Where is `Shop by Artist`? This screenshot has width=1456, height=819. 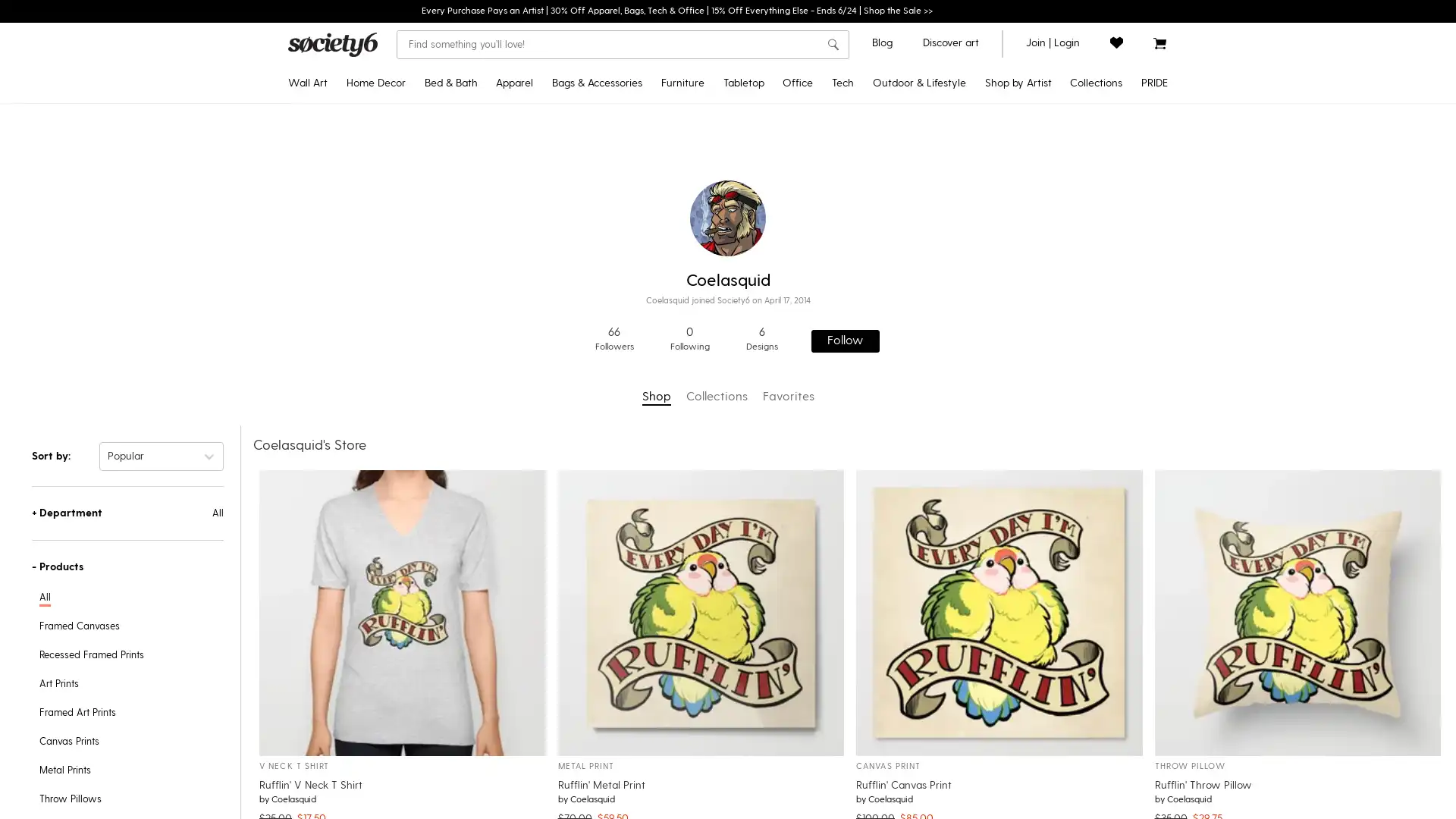
Shop by Artist is located at coordinates (977, 341).